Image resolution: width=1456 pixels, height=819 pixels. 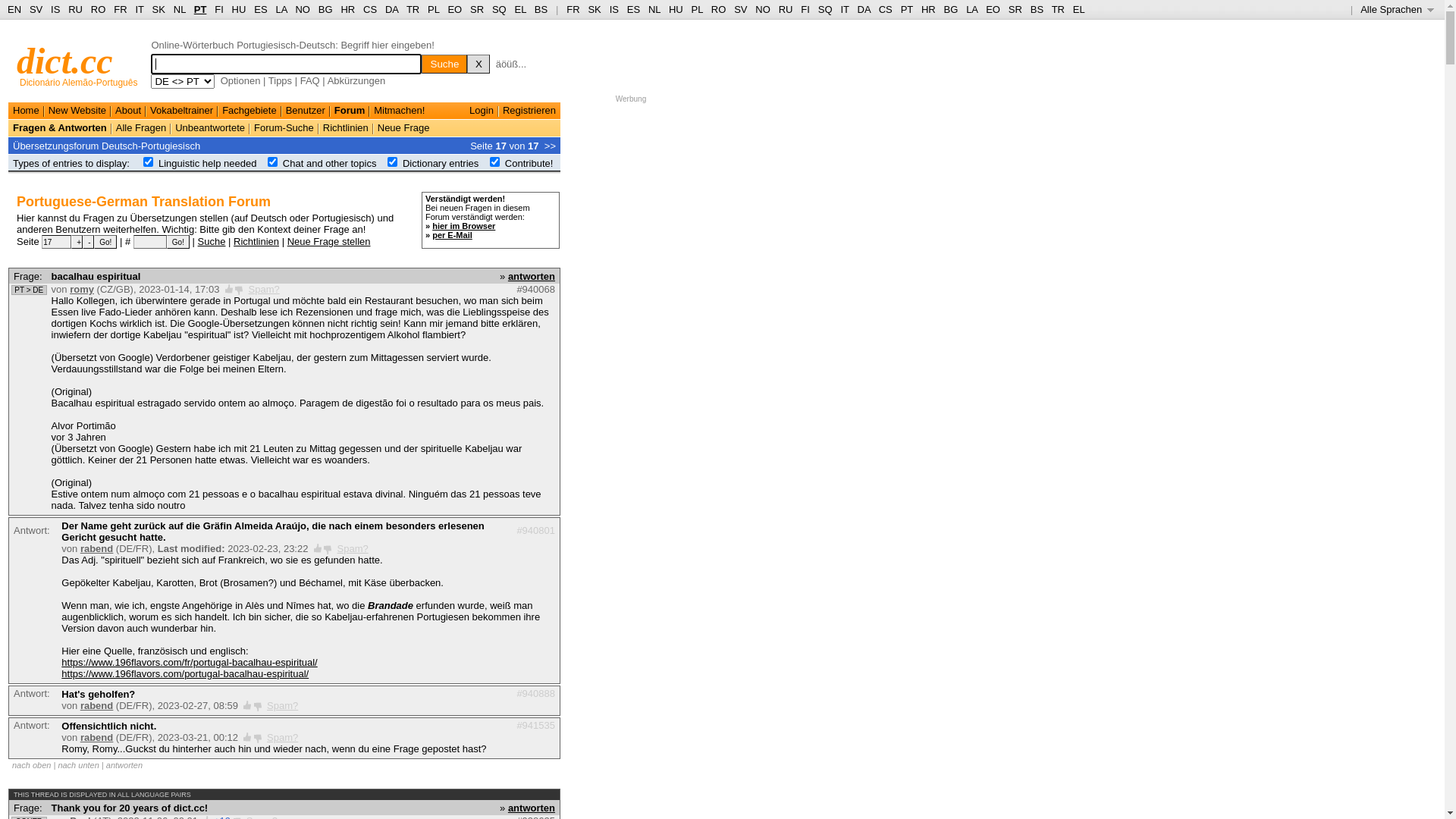 What do you see at coordinates (31, 765) in the screenshot?
I see `'nach oben'` at bounding box center [31, 765].